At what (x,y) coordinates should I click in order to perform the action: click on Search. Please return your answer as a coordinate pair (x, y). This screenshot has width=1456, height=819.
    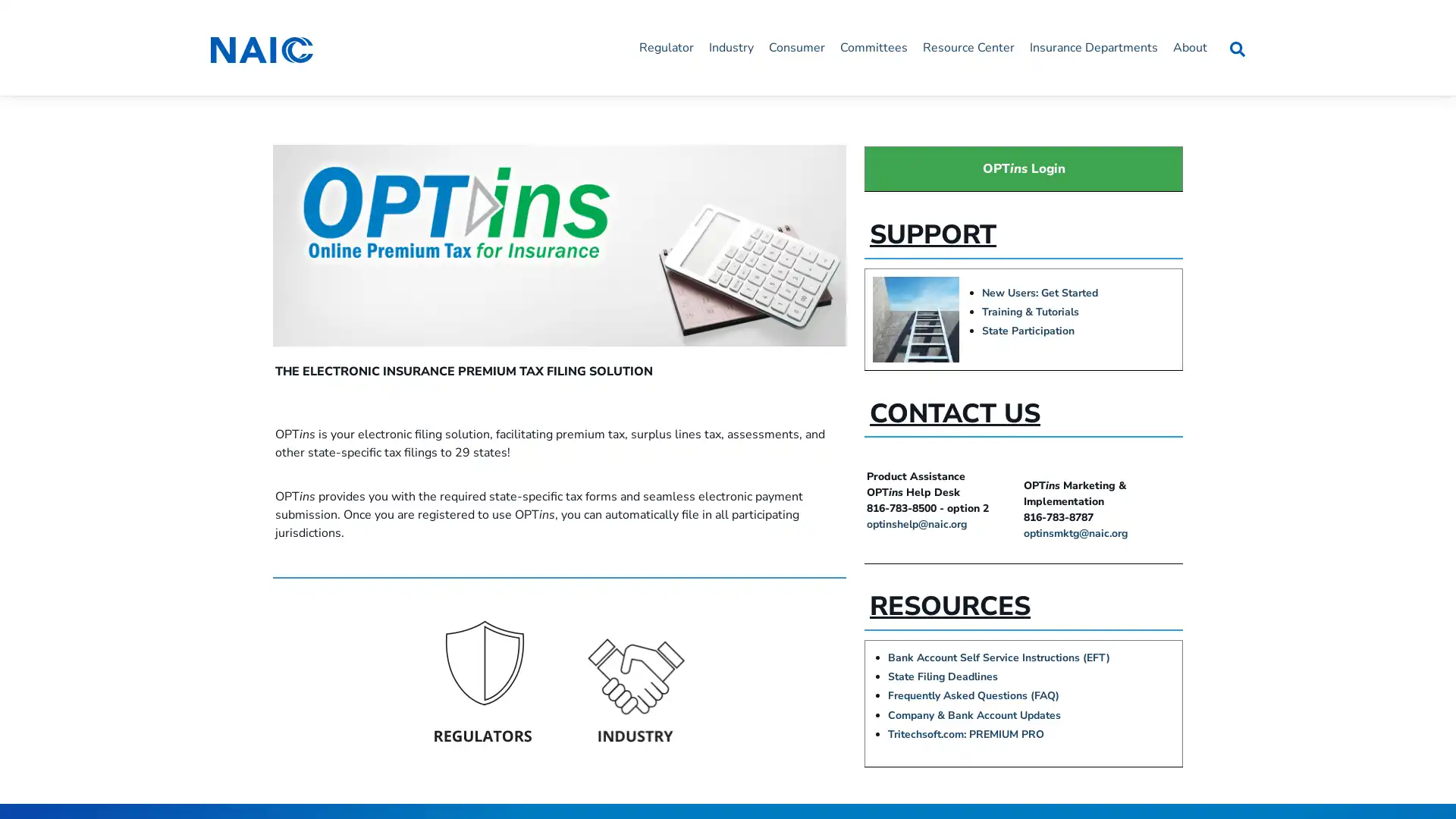
    Looking at the image, I should click on (1238, 49).